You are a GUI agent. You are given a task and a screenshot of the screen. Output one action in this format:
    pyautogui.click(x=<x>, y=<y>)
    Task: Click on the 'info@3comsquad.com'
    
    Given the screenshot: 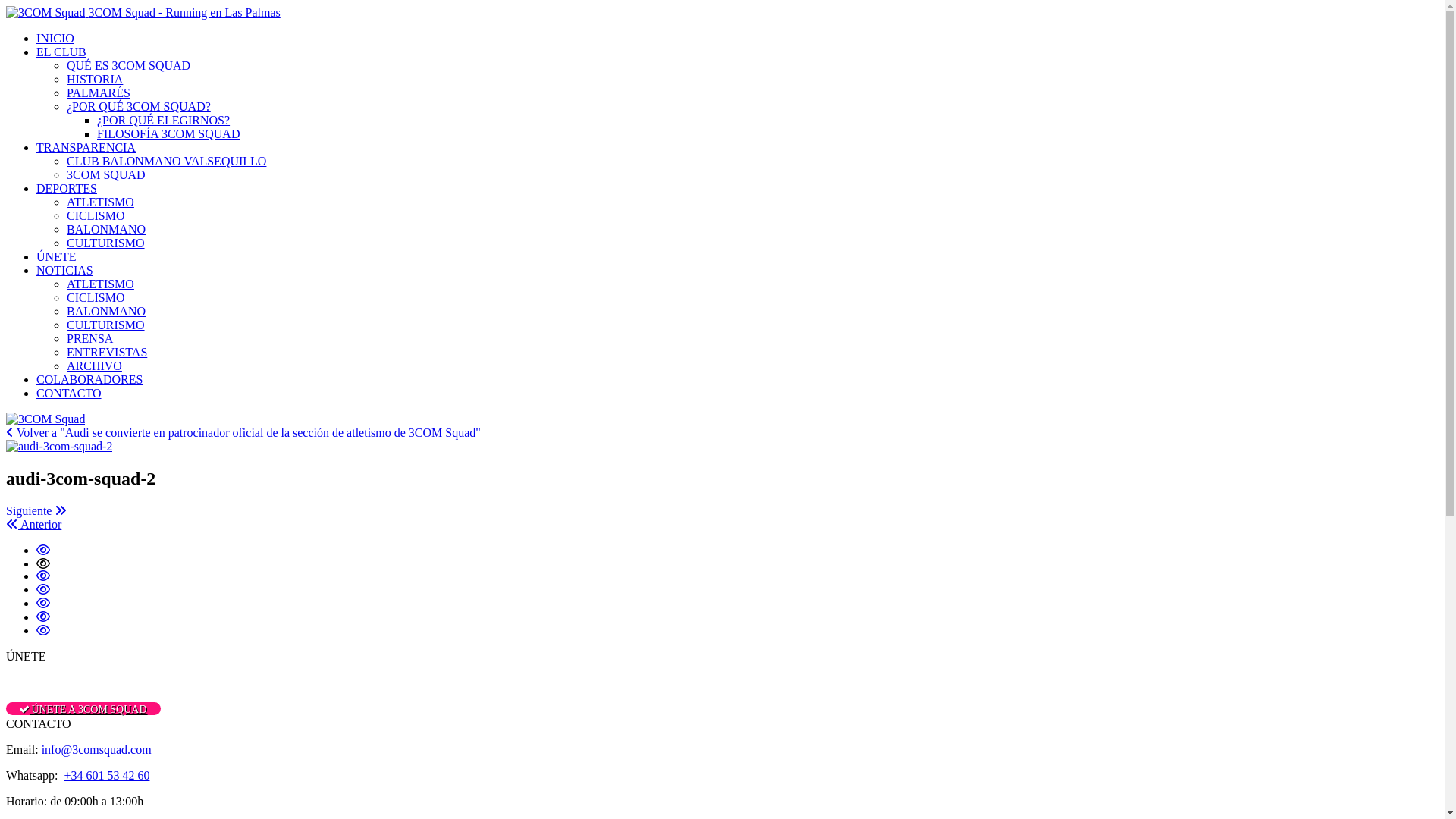 What is the action you would take?
    pyautogui.click(x=96, y=748)
    